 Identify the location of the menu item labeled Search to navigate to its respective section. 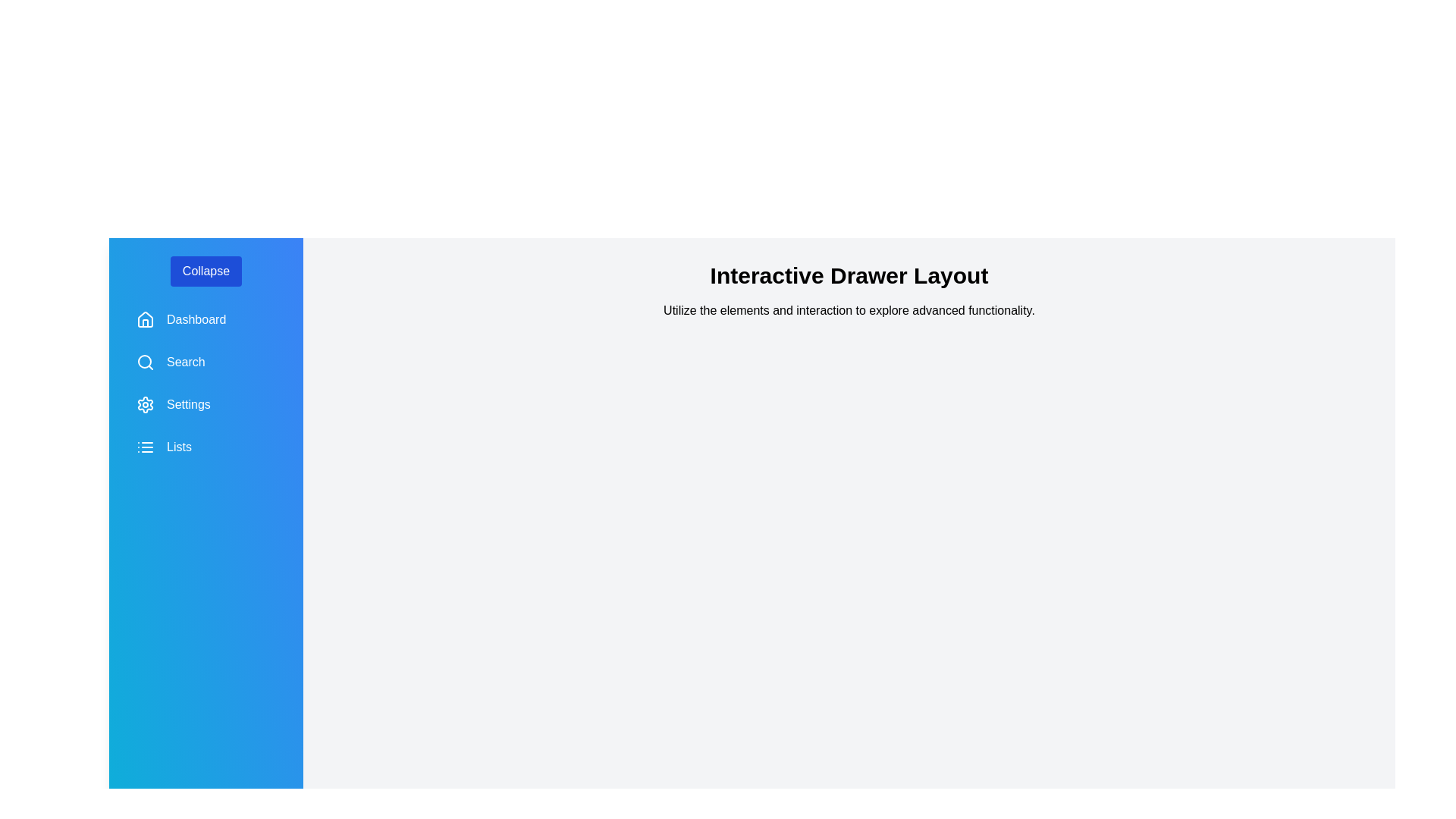
(206, 362).